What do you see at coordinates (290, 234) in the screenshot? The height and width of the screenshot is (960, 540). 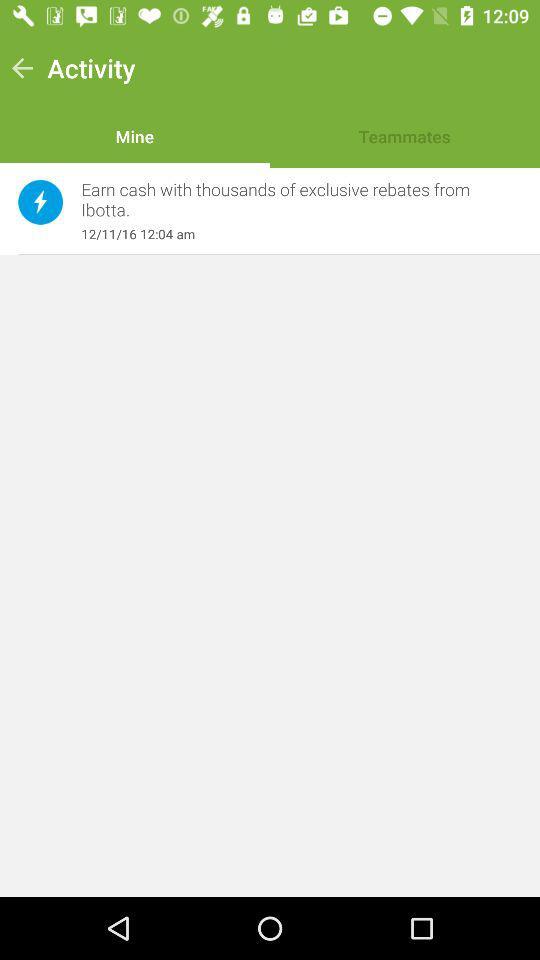 I see `the 12 11 16 item` at bounding box center [290, 234].